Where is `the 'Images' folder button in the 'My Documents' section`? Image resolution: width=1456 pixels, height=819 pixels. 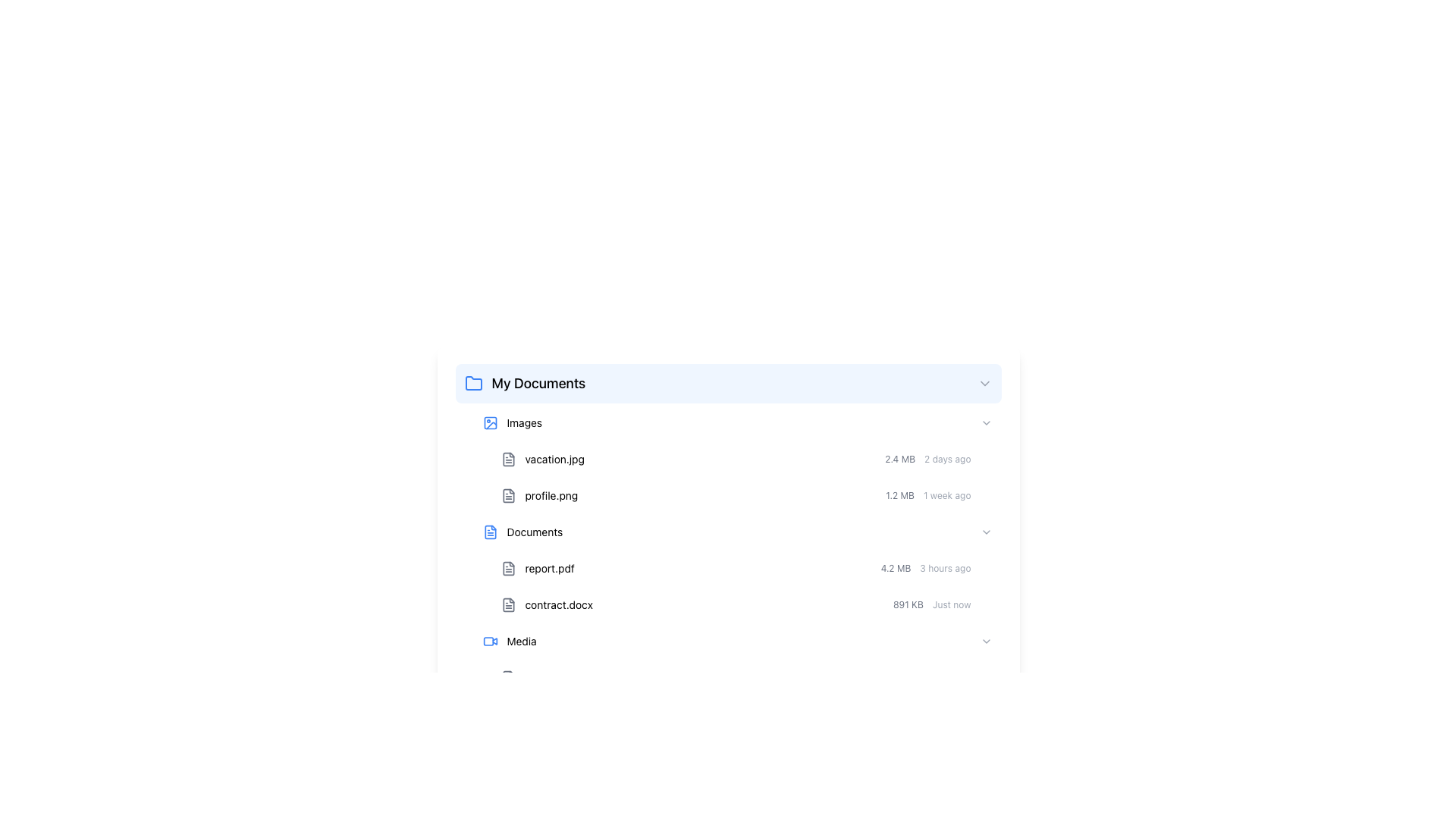
the 'Images' folder button in the 'My Documents' section is located at coordinates (737, 423).